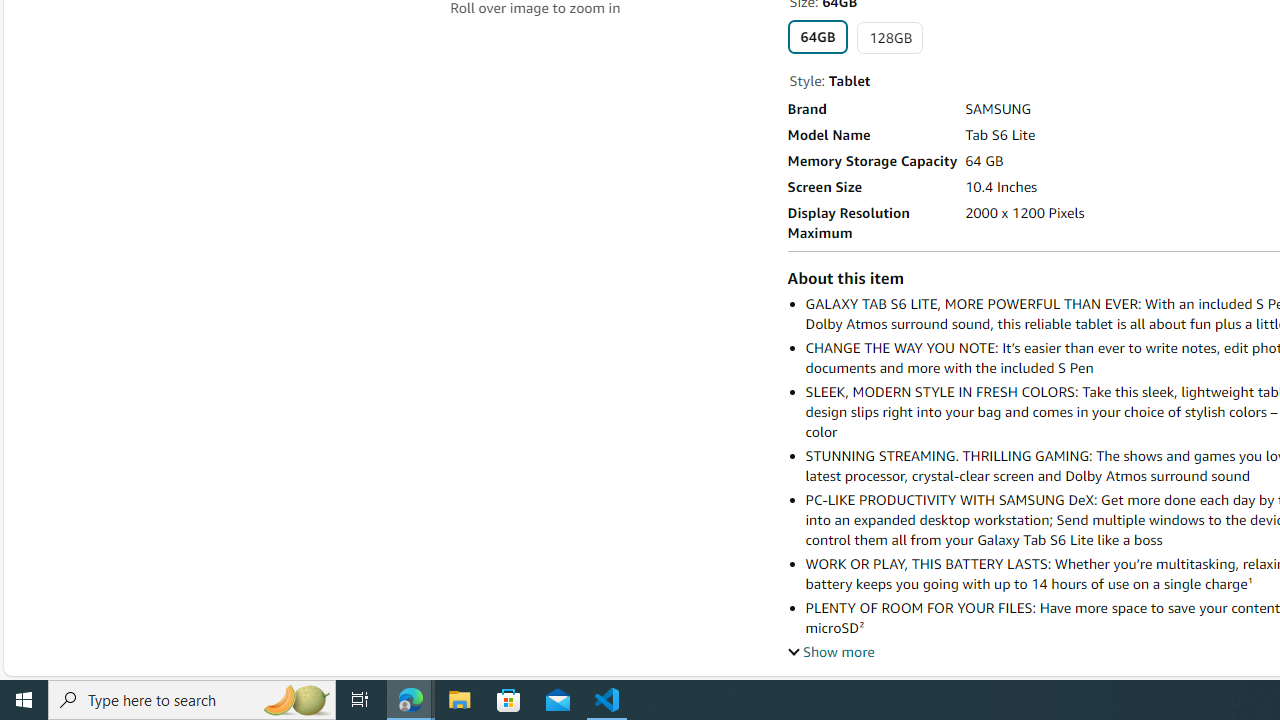  I want to click on '64GB', so click(817, 37).